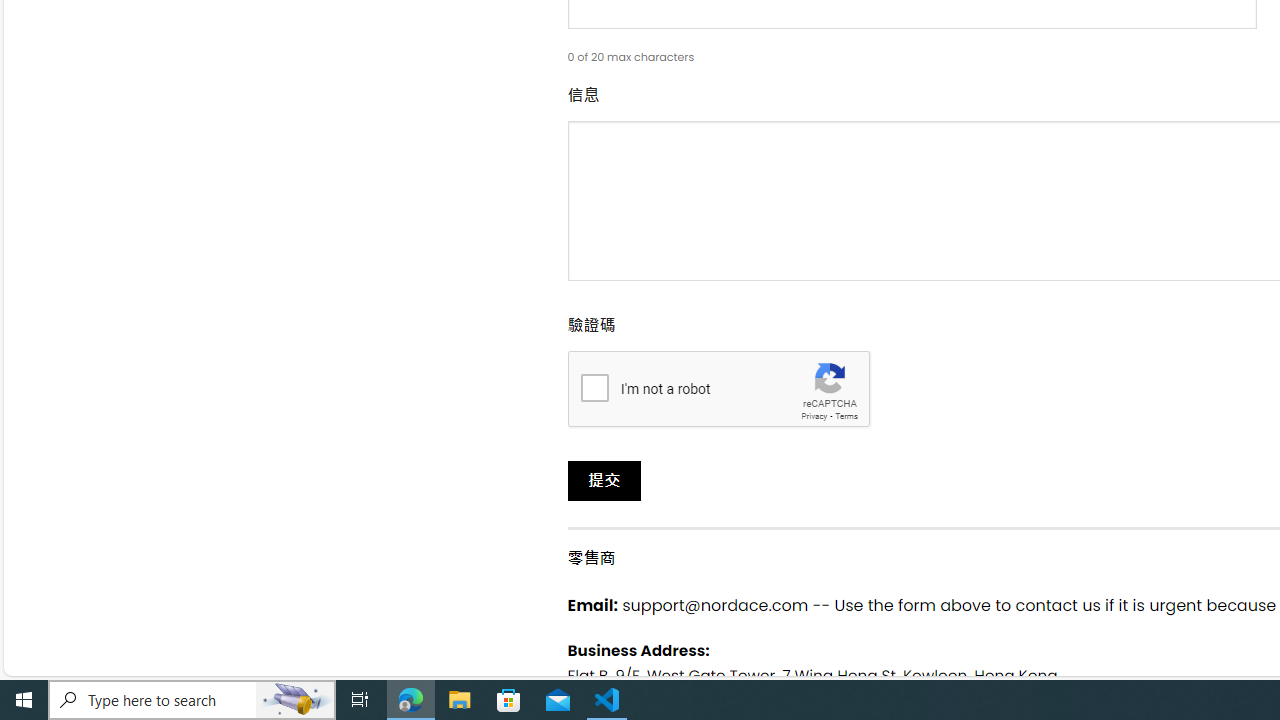 The image size is (1280, 720). Describe the element at coordinates (814, 415) in the screenshot. I see `'Privacy'` at that location.